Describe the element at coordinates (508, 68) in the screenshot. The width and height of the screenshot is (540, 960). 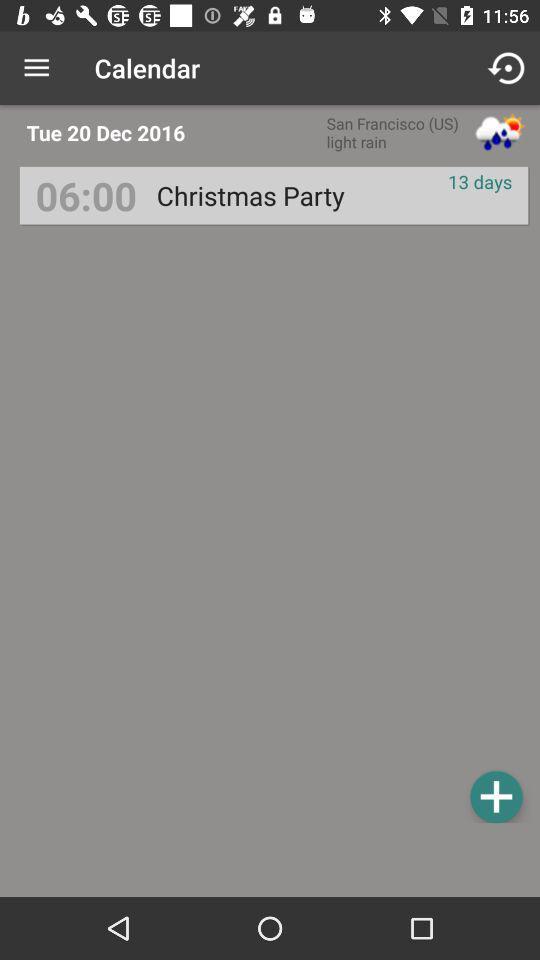
I see `the icon to the right of calendar` at that location.